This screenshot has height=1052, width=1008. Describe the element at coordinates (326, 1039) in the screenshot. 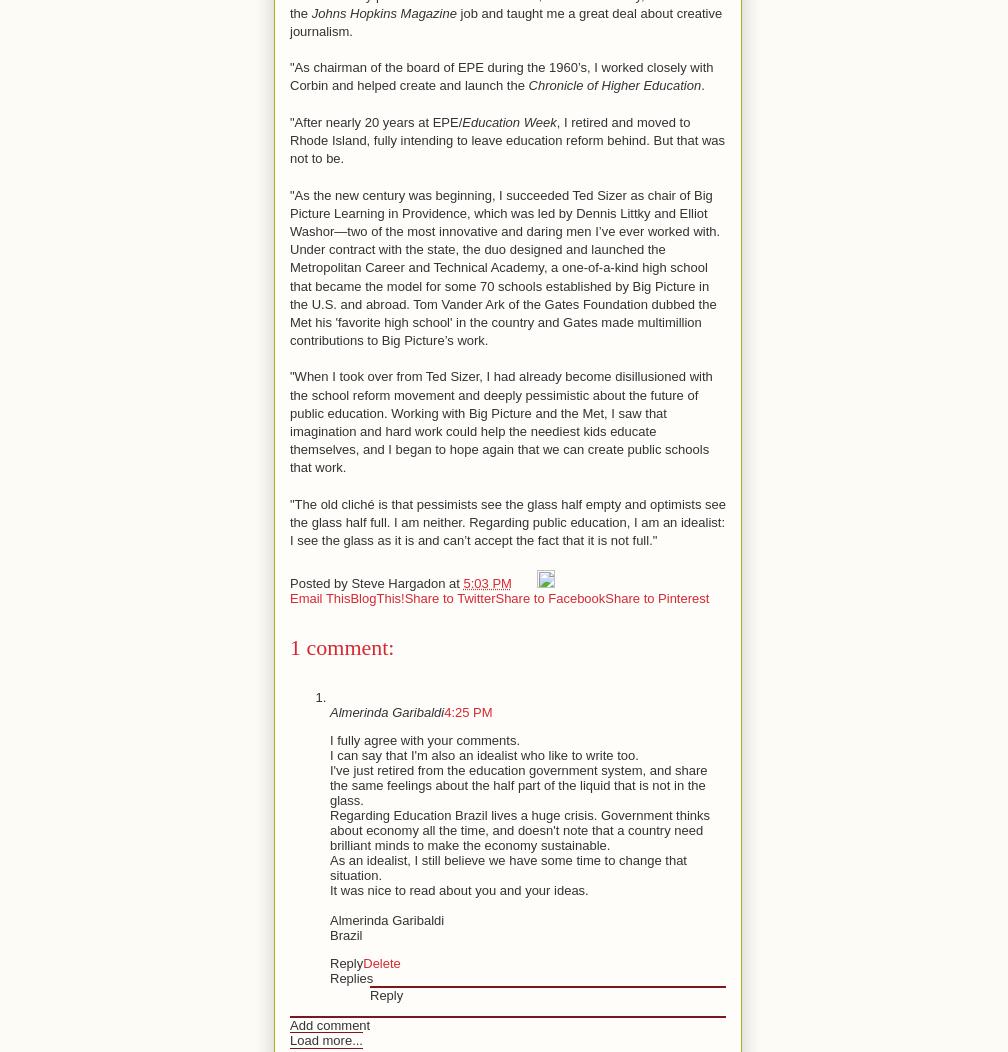

I see `'Load more...'` at that location.